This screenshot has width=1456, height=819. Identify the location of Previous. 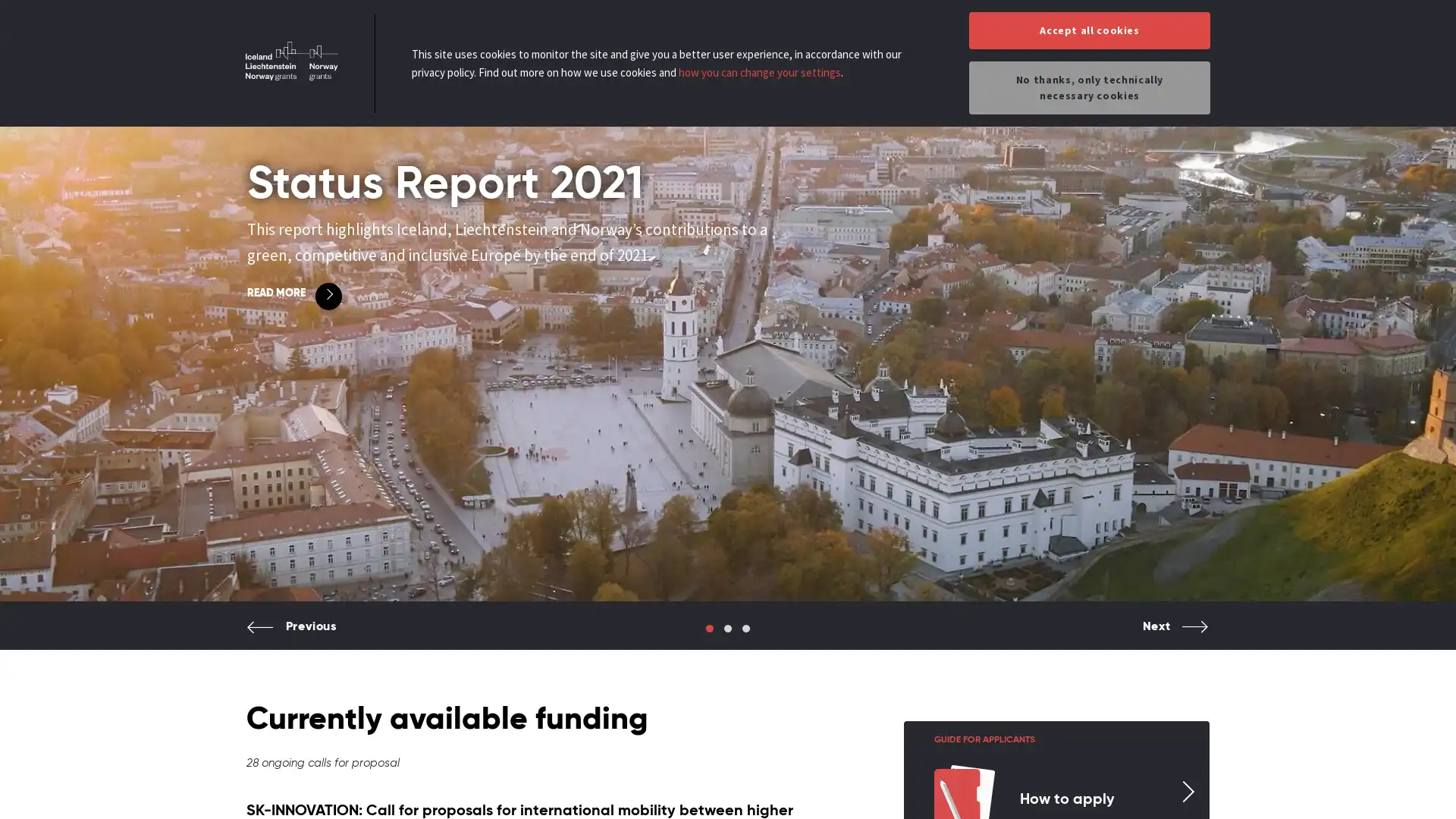
(291, 638).